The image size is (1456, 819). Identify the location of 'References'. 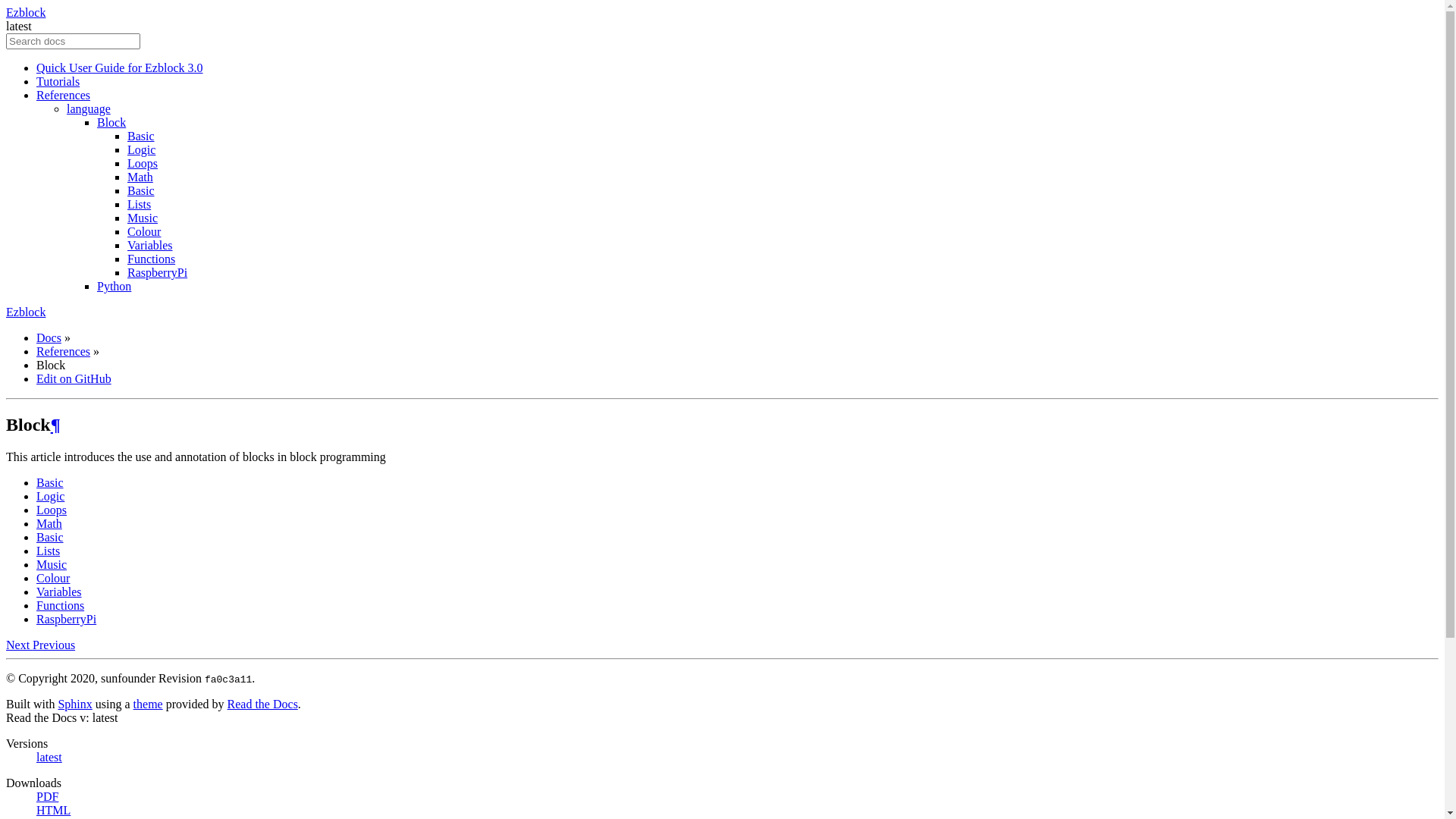
(62, 351).